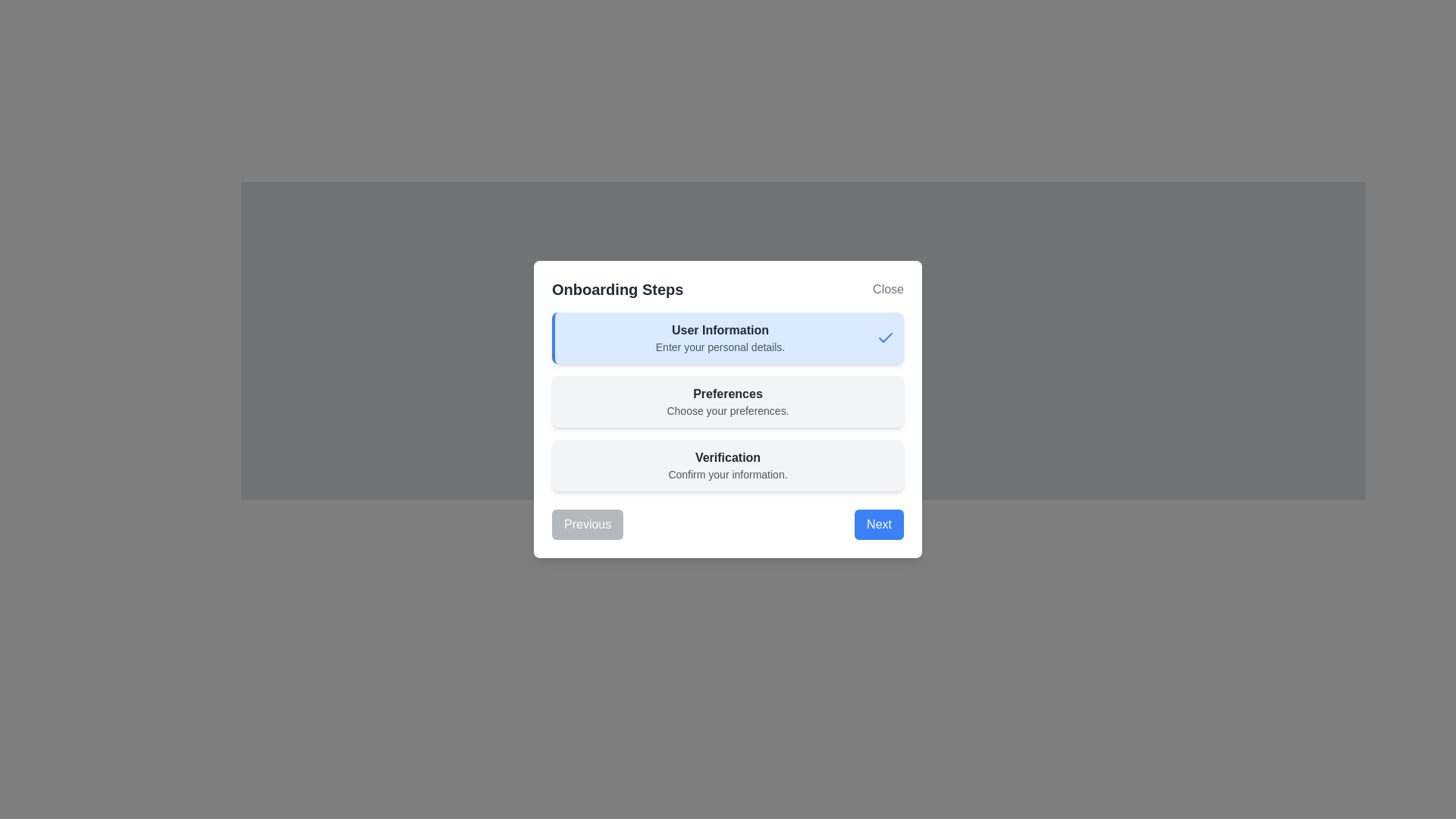 The image size is (1456, 819). Describe the element at coordinates (879, 523) in the screenshot. I see `the button located at the bottom-right corner of the modal` at that location.